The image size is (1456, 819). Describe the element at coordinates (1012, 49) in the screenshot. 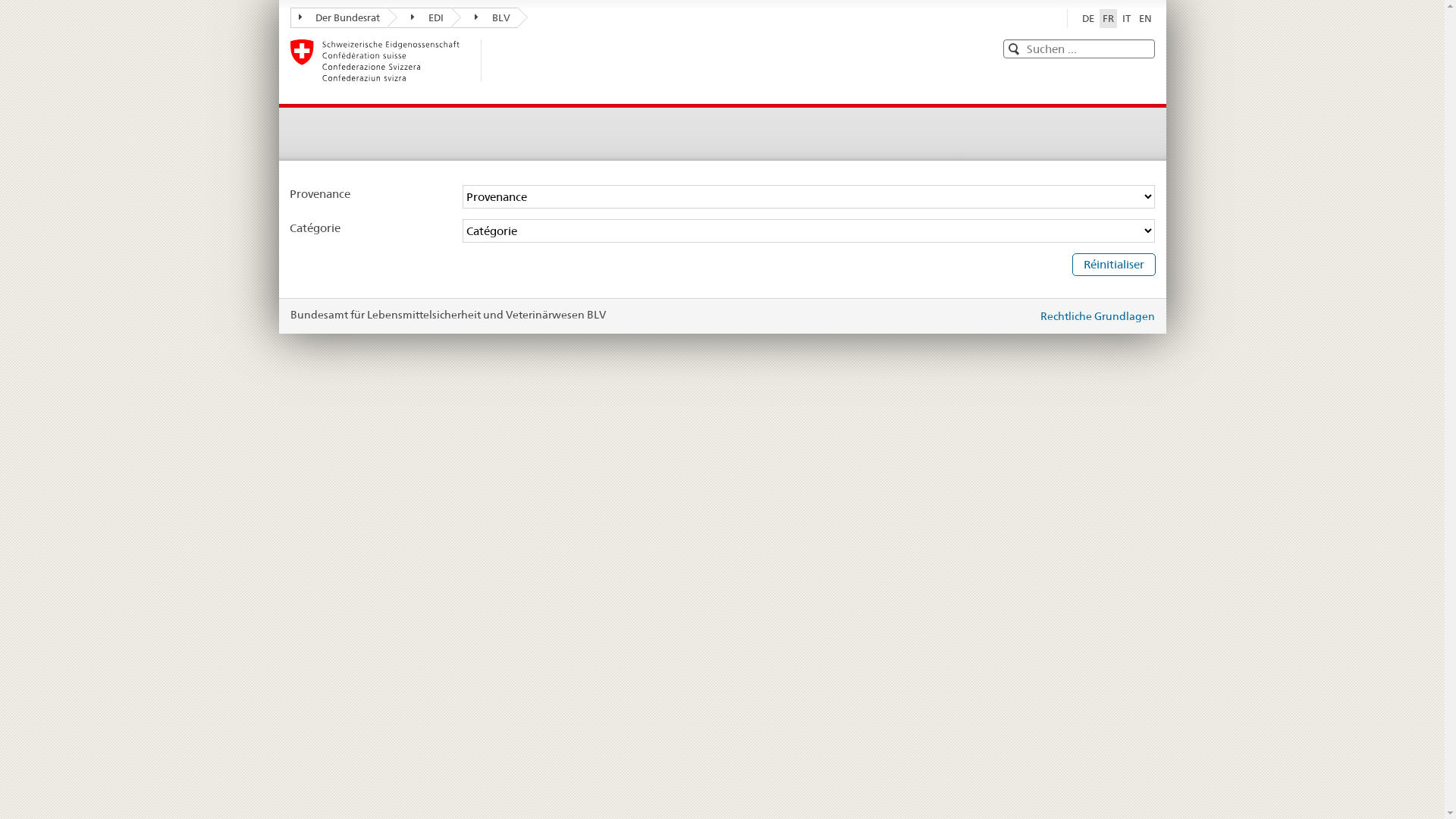

I see `'Suchen'` at that location.